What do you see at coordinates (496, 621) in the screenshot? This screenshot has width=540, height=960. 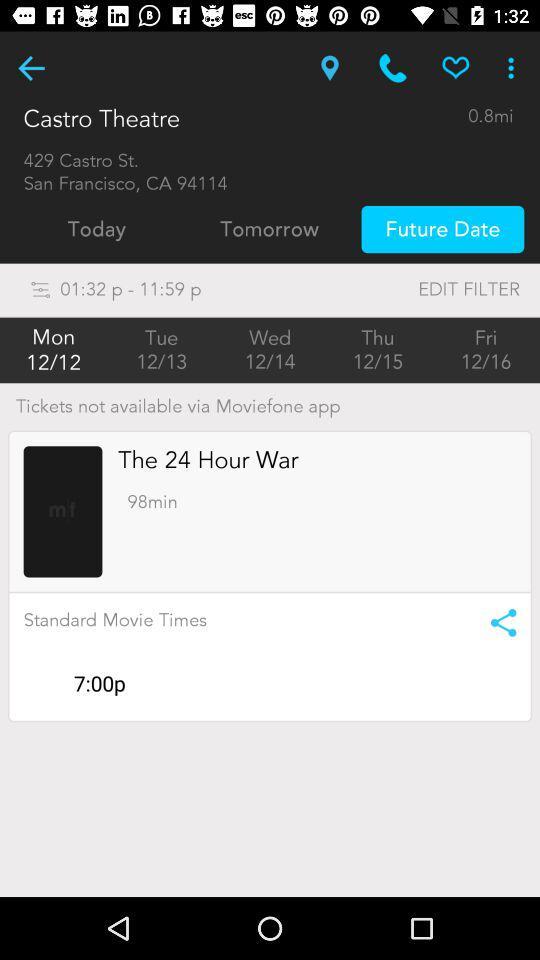 I see `share link` at bounding box center [496, 621].